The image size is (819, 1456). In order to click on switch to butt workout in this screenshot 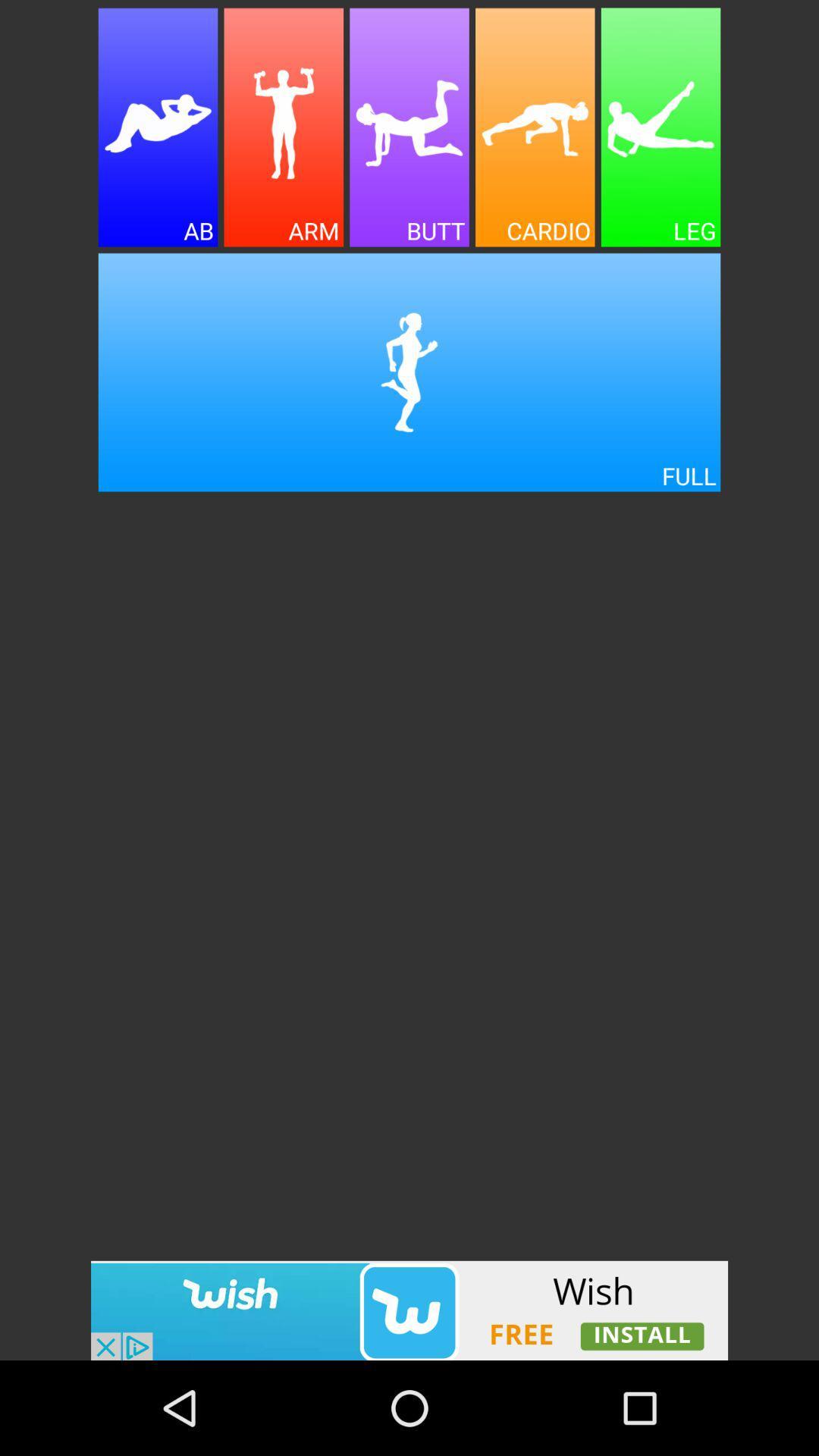, I will do `click(409, 127)`.